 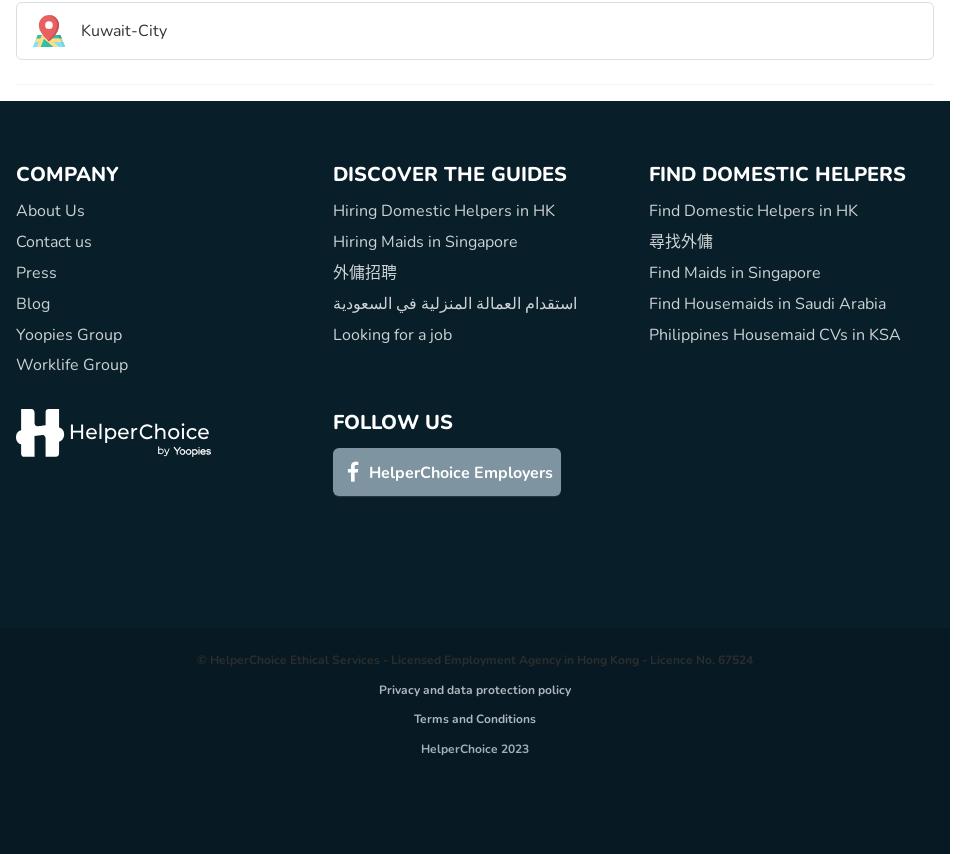 What do you see at coordinates (423, 242) in the screenshot?
I see `'Hiring Maids in Singapore'` at bounding box center [423, 242].